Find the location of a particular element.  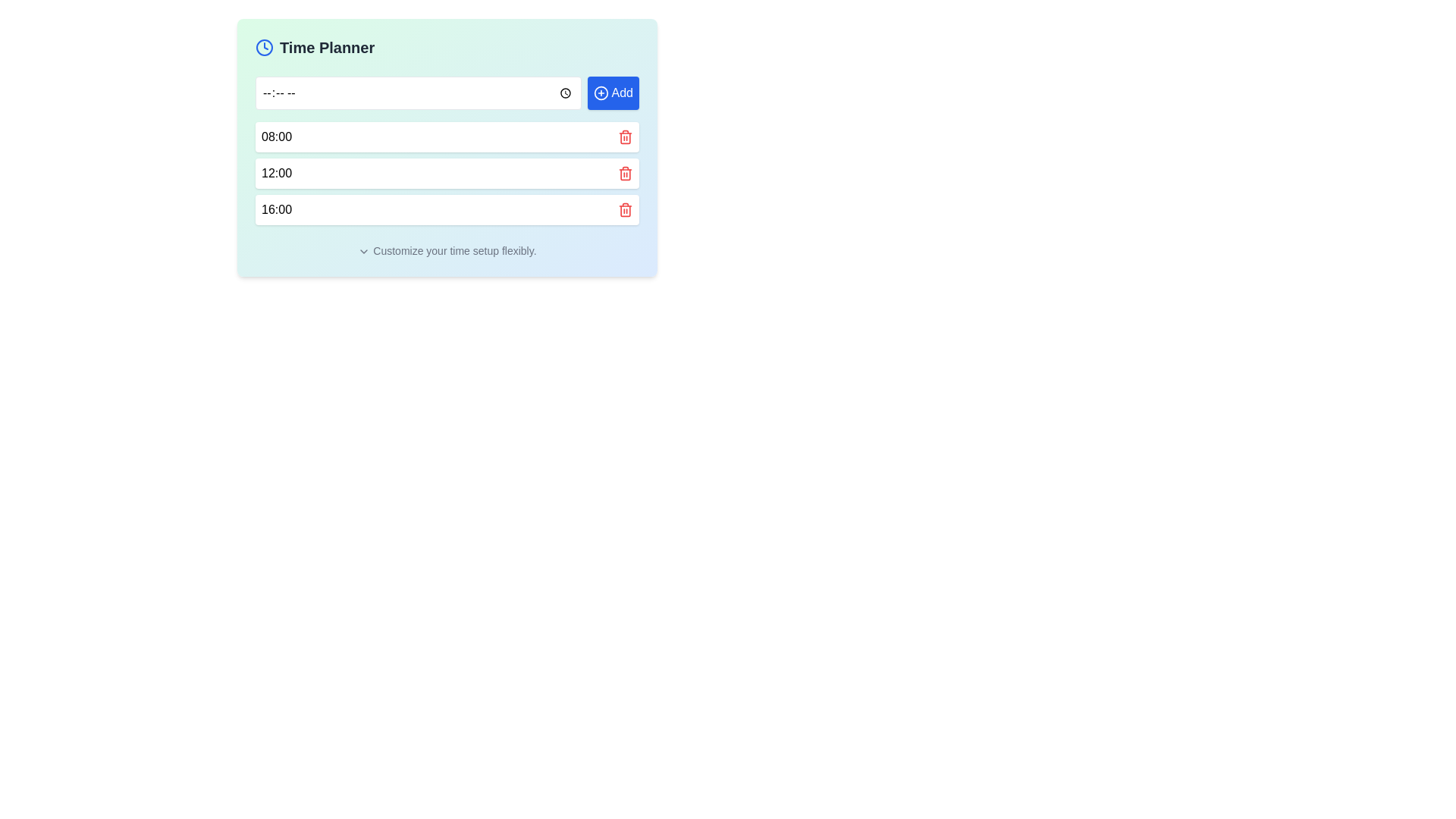

the tooltip of the downward-facing chevron icon located near the text 'Customize your time setup flexibly.' is located at coordinates (364, 251).